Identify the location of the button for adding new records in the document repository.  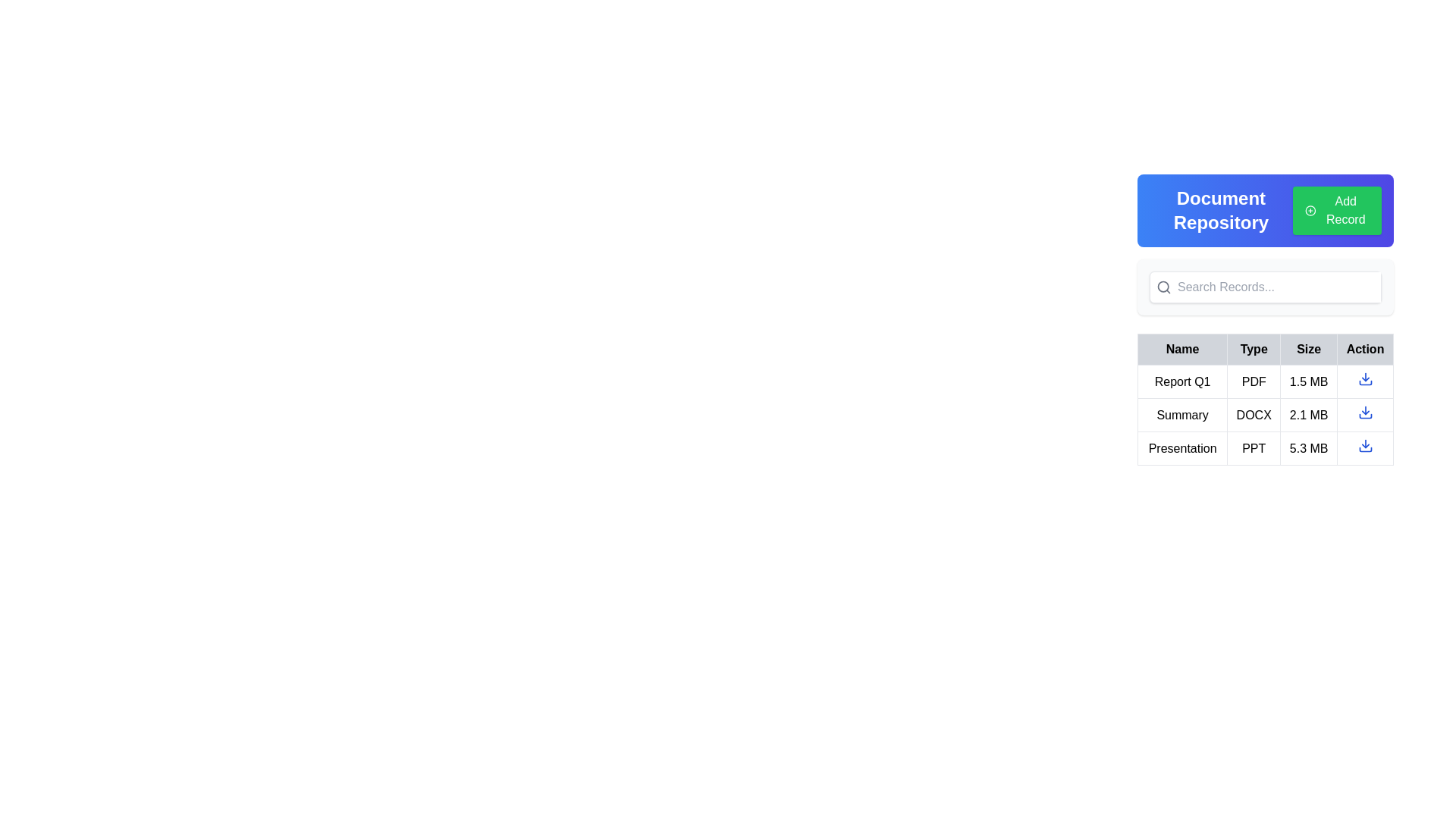
(1337, 210).